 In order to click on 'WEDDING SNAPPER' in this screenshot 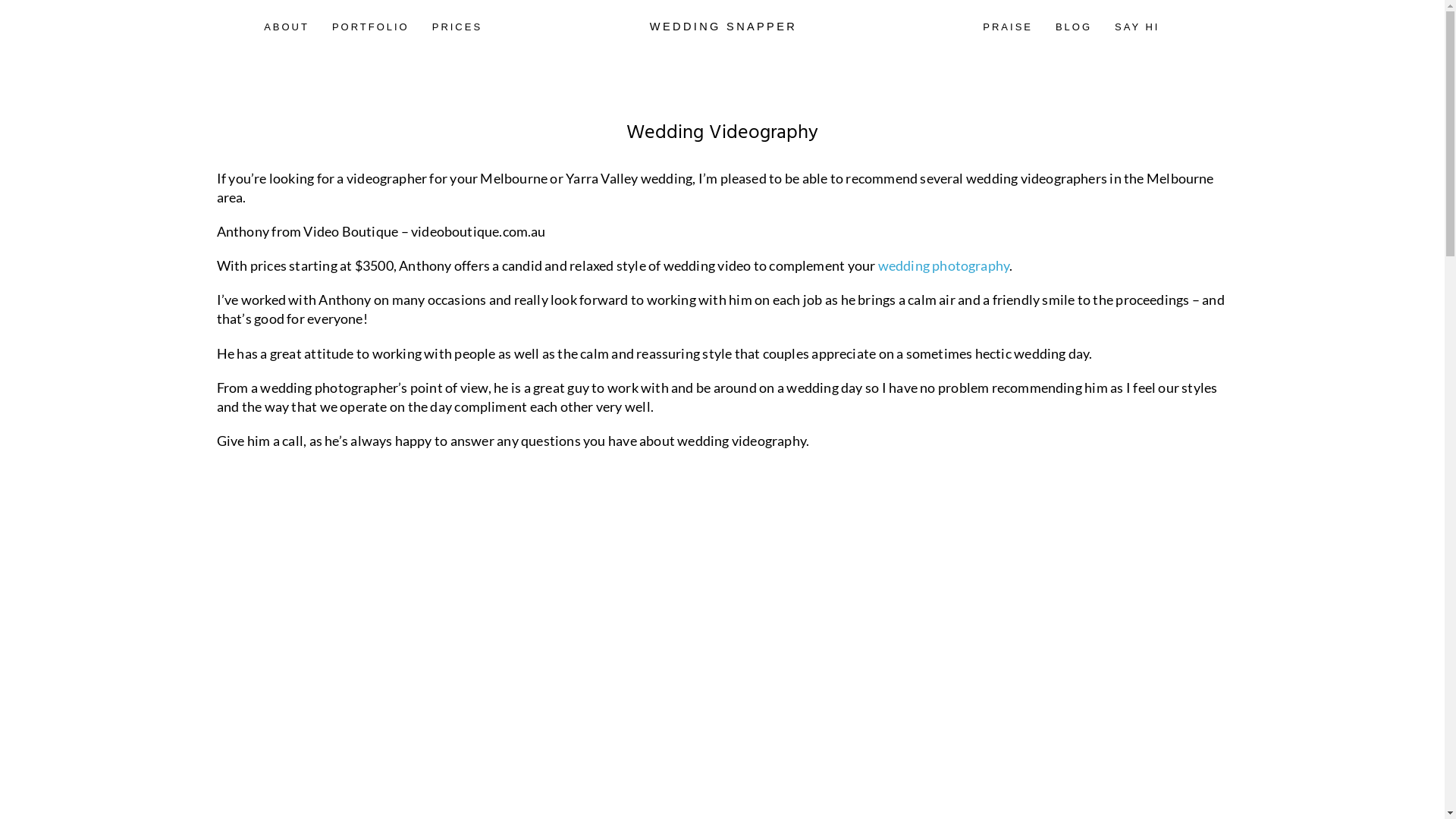, I will do `click(720, 29)`.